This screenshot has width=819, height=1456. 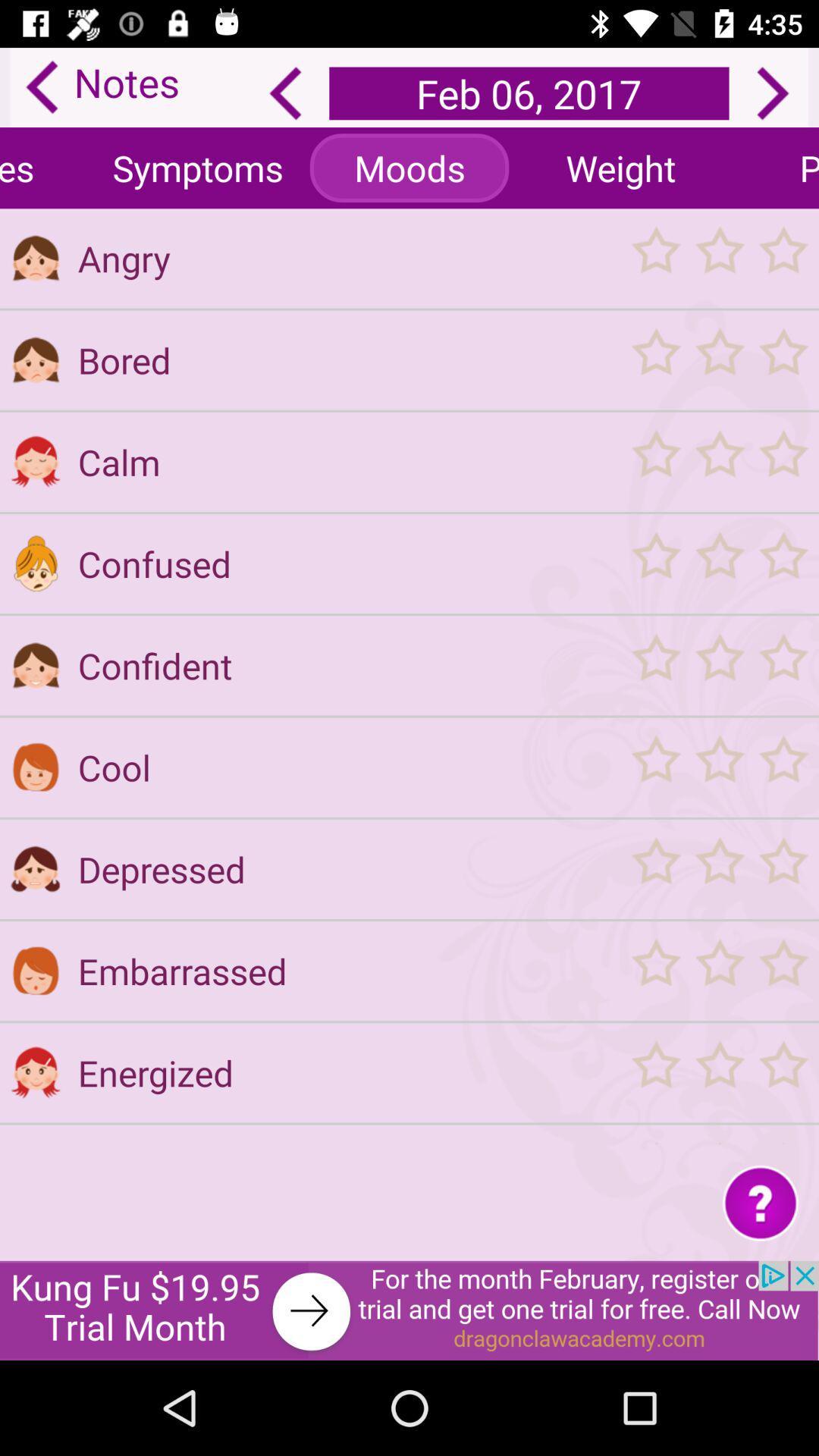 I want to click on the arrow_backward icon, so click(x=285, y=93).